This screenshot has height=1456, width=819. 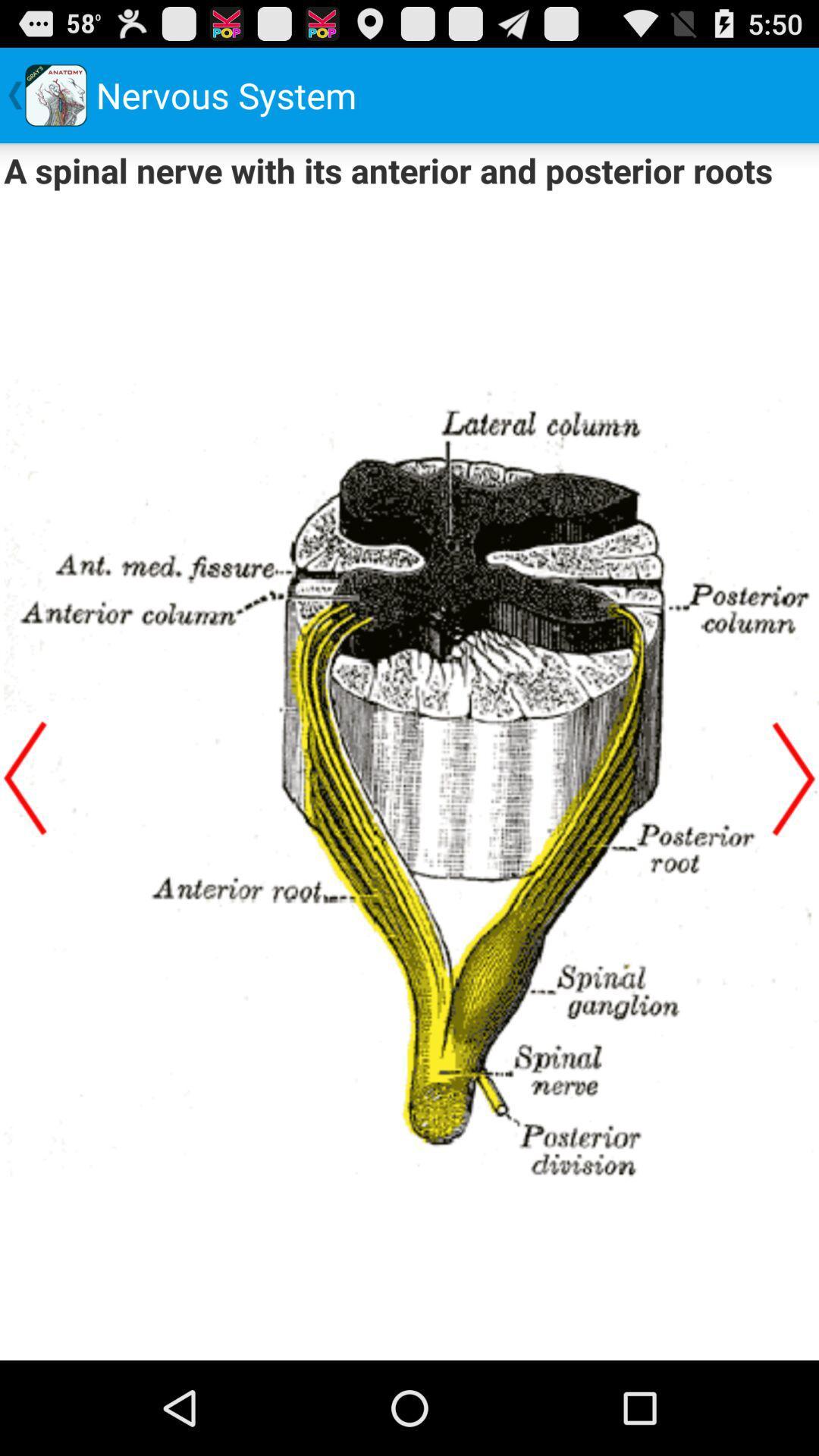 I want to click on image of a spinal nerve with its anterior and posterior roots, so click(x=409, y=779).